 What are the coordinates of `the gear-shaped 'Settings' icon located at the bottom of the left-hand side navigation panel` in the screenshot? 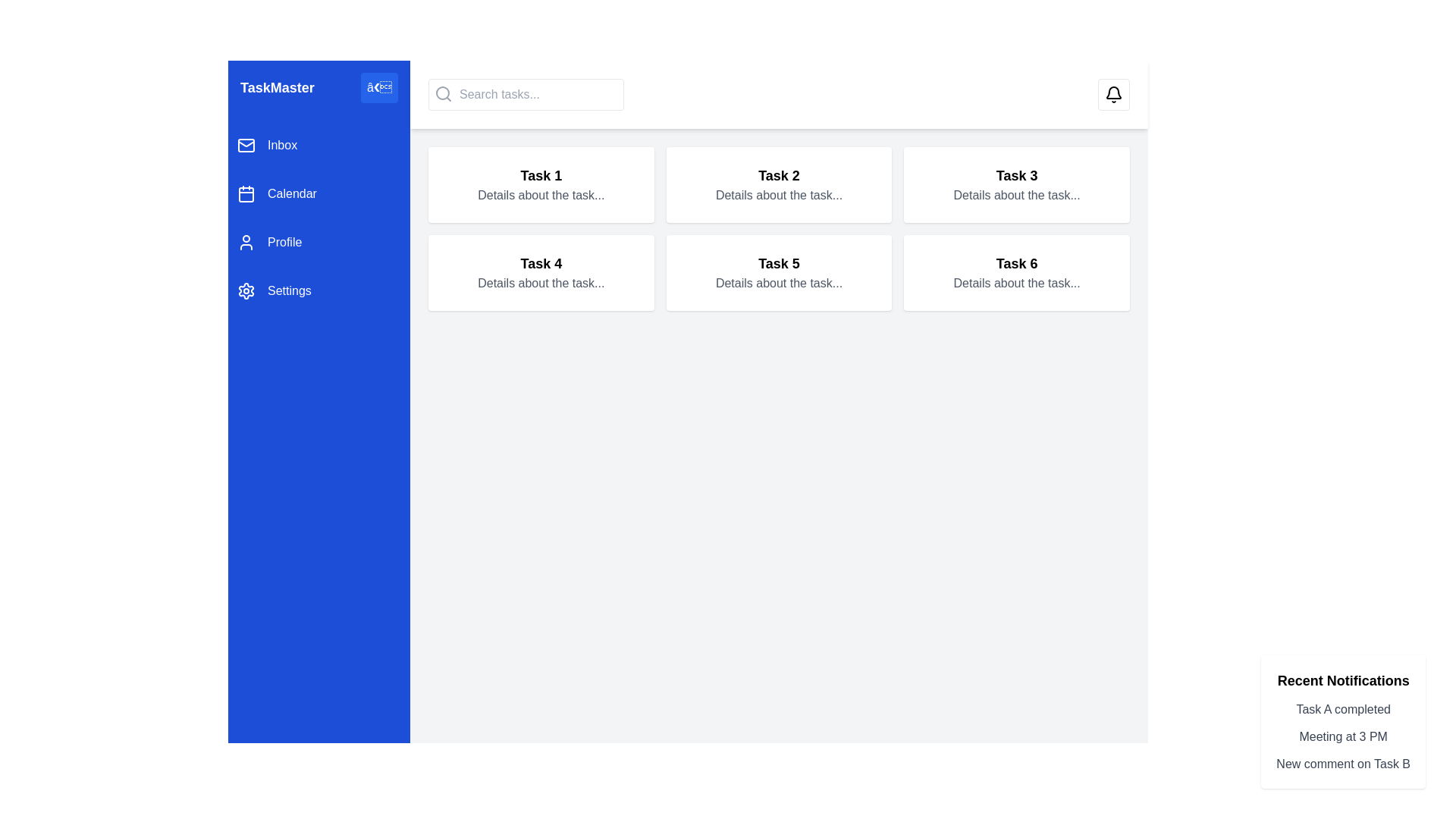 It's located at (246, 291).